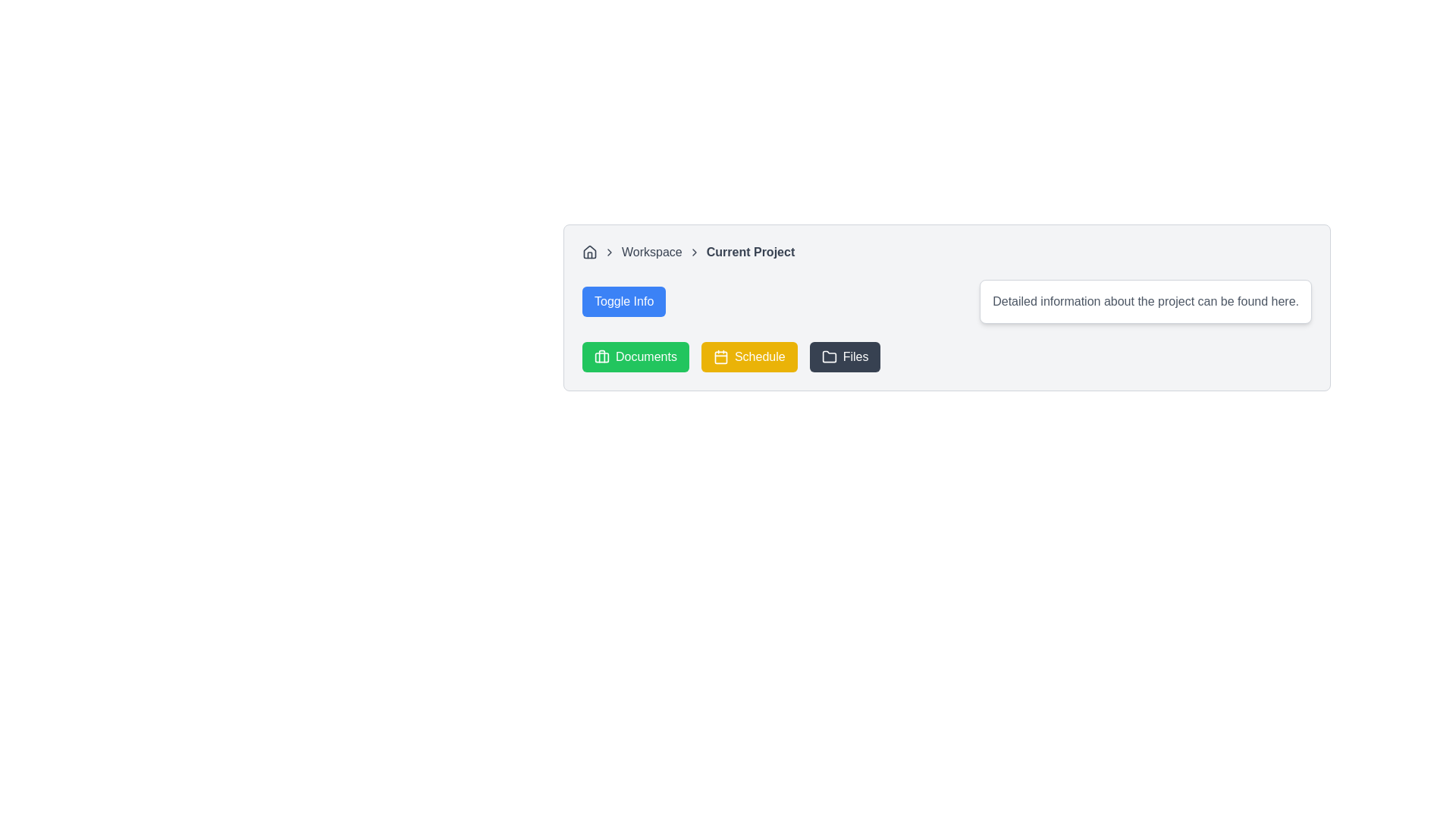  What do you see at coordinates (720, 357) in the screenshot?
I see `the calendar icon component located beside the 'Schedule' label button` at bounding box center [720, 357].